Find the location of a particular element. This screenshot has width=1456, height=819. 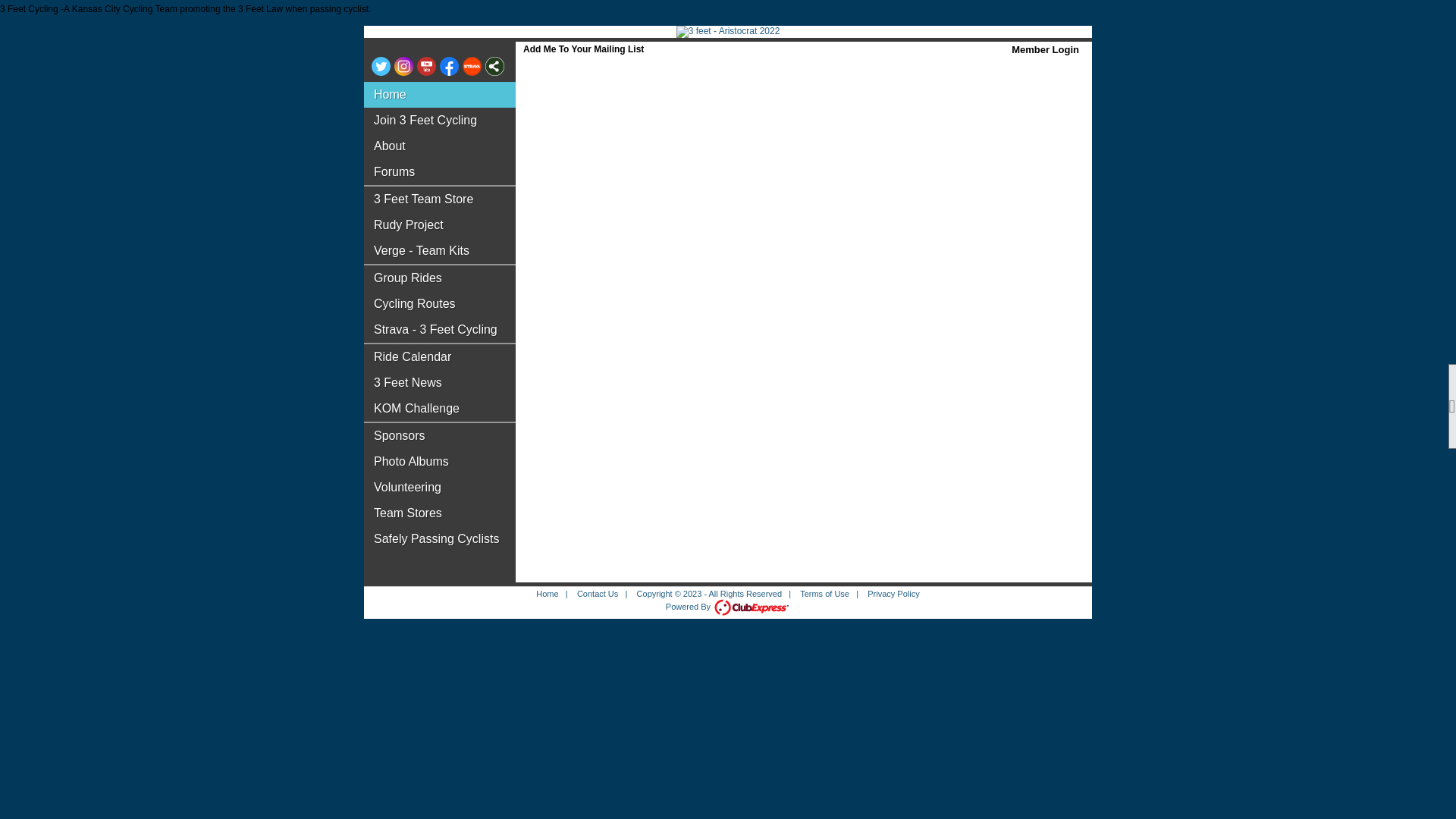

'Strava - 3 Feet Cycling' is located at coordinates (439, 329).